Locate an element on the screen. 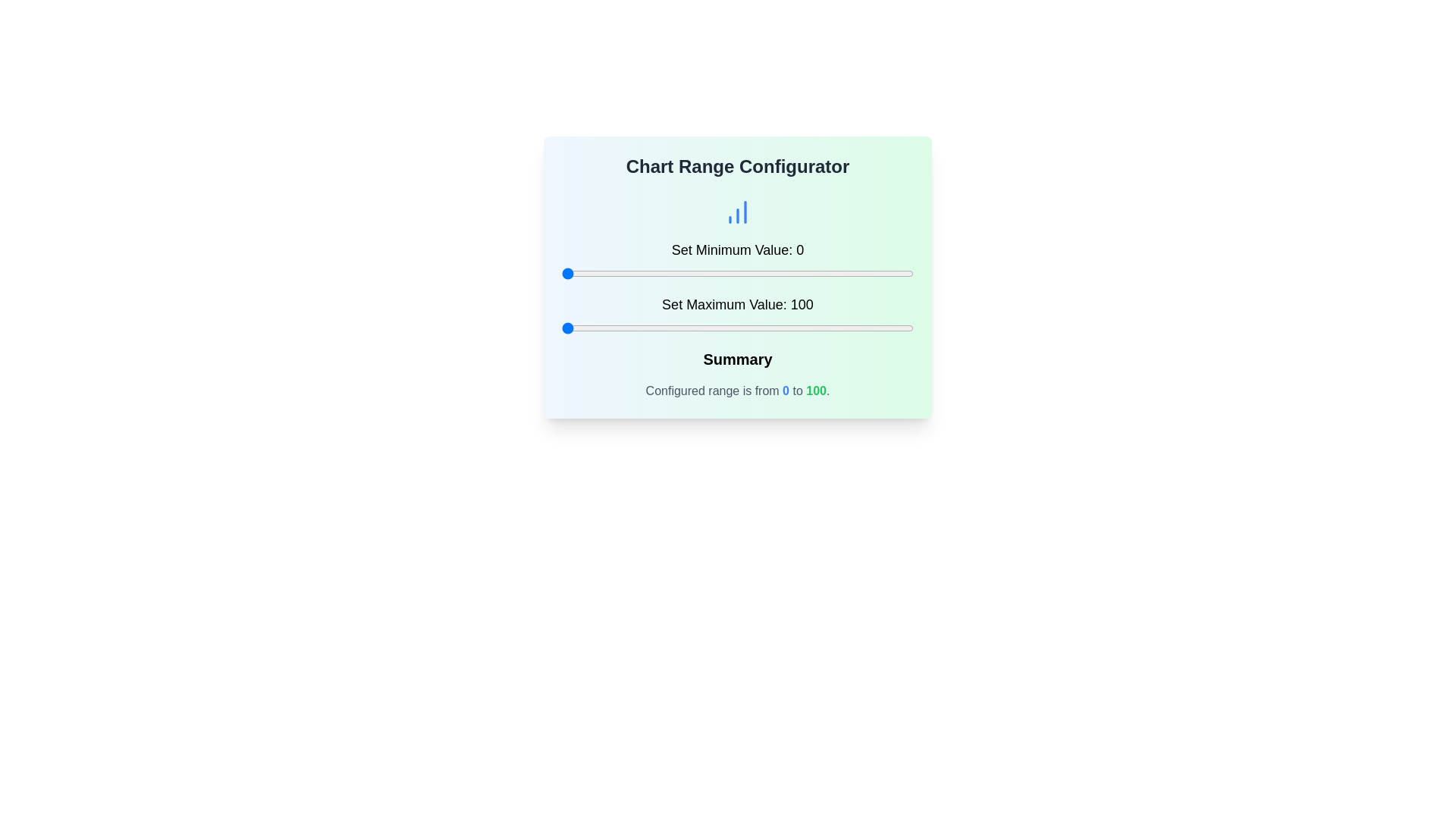  the minimum value slider to set the value to 36 is located at coordinates (687, 274).